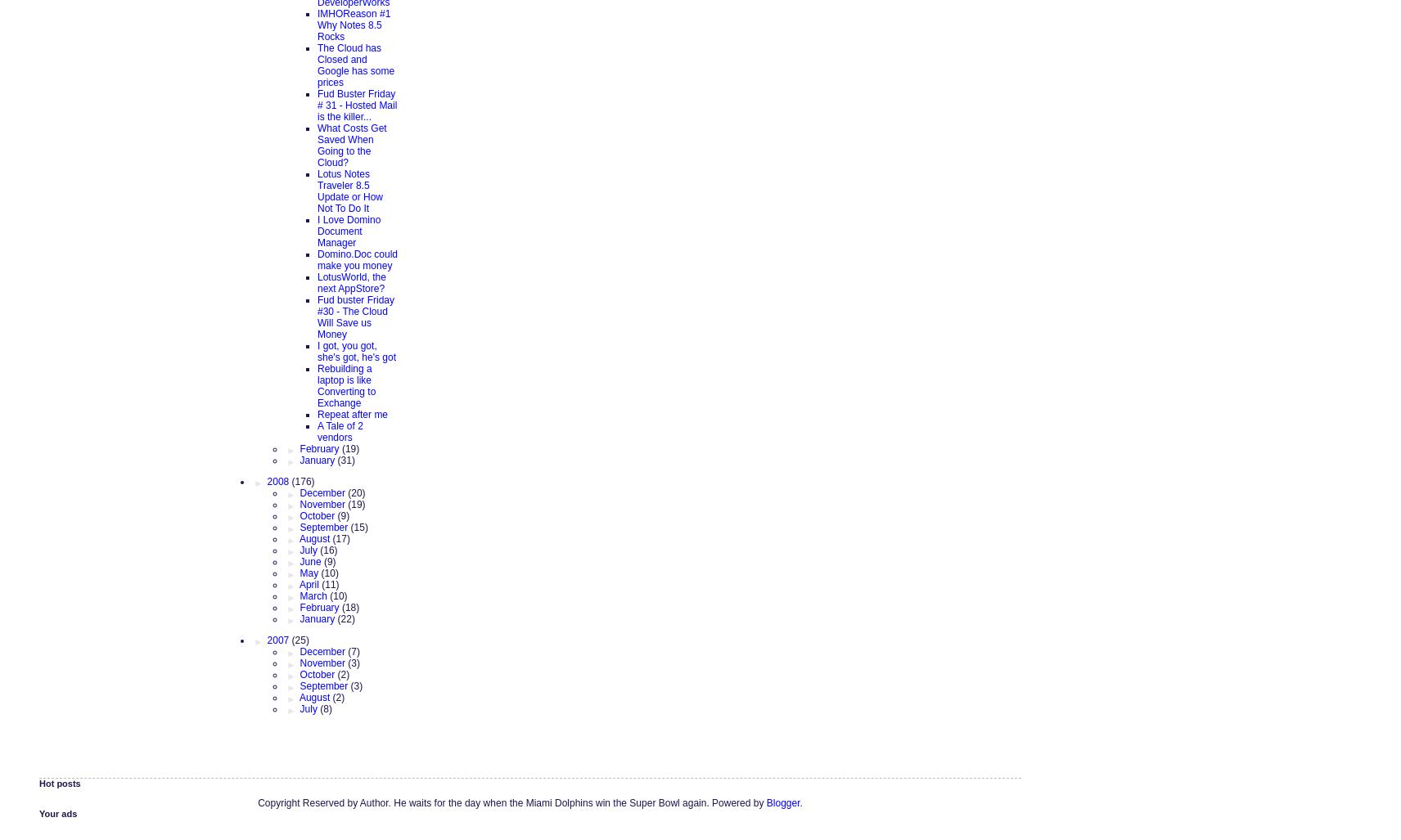 The height and width of the screenshot is (840, 1401). What do you see at coordinates (310, 573) in the screenshot?
I see `'May'` at bounding box center [310, 573].